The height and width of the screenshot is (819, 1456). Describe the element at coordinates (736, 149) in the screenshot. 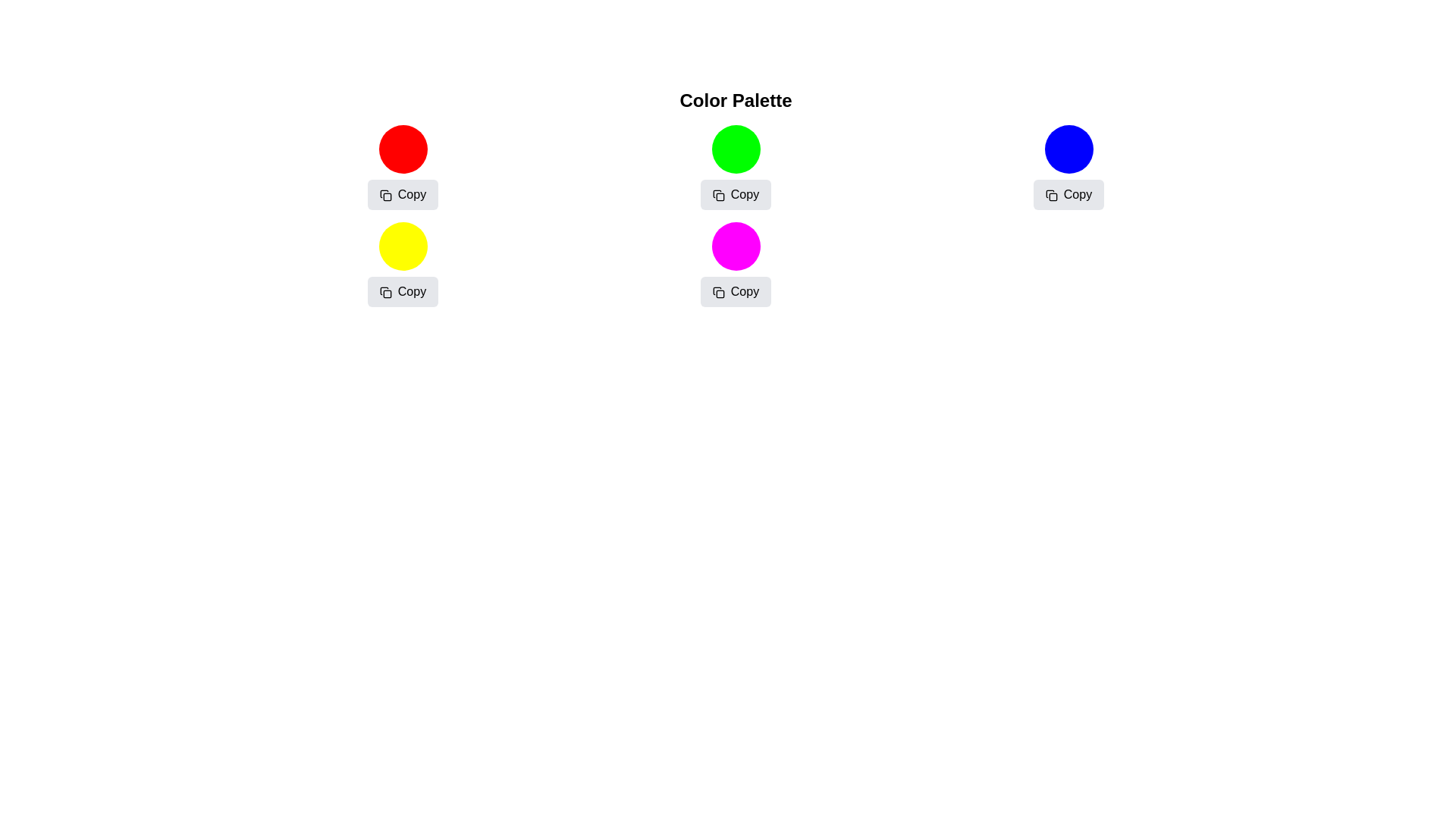

I see `the green circular Visual Indicator located above the 'Copy' button in the Color Palette section` at that location.